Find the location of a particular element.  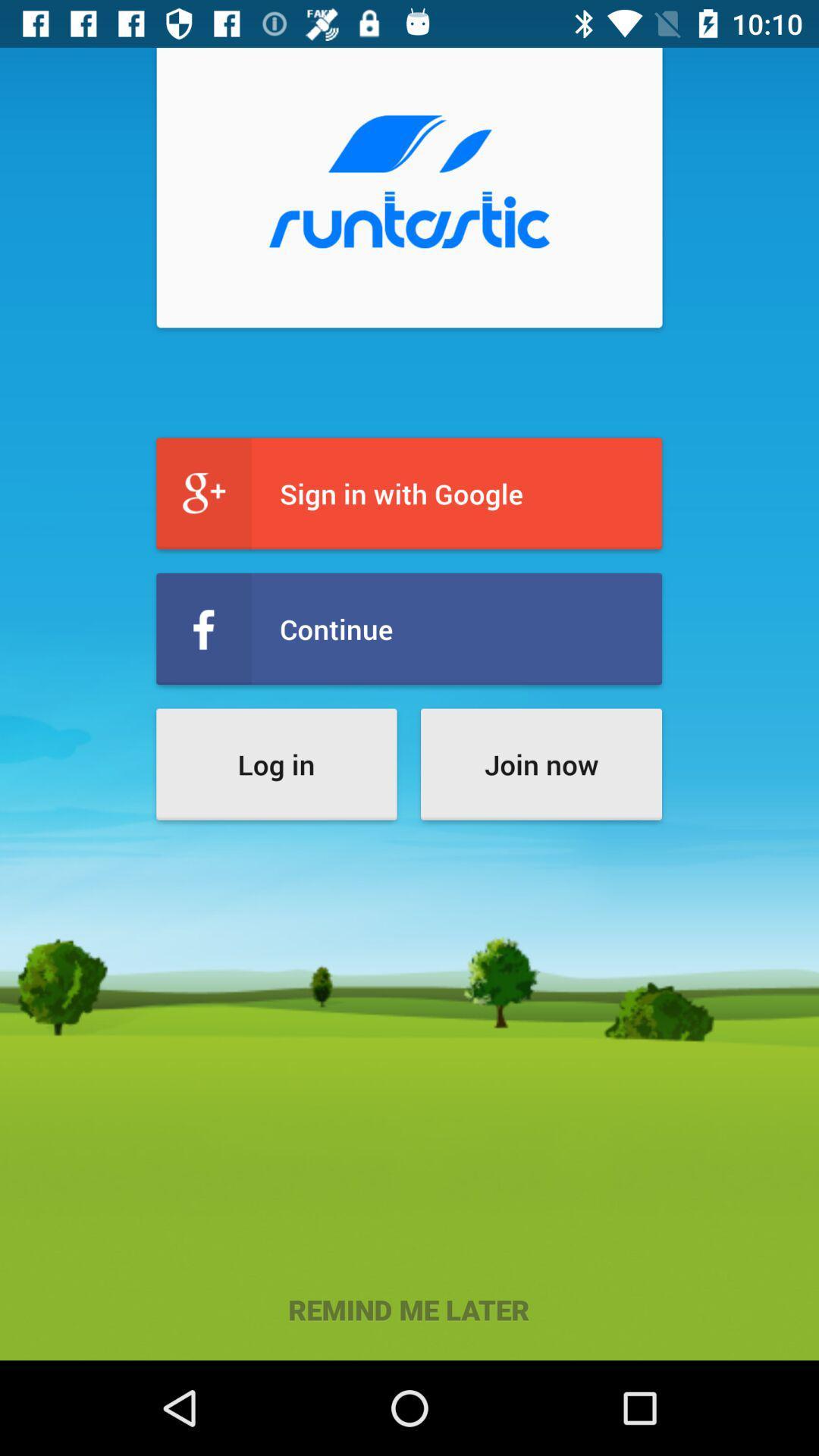

the item to the left of join now item is located at coordinates (276, 764).